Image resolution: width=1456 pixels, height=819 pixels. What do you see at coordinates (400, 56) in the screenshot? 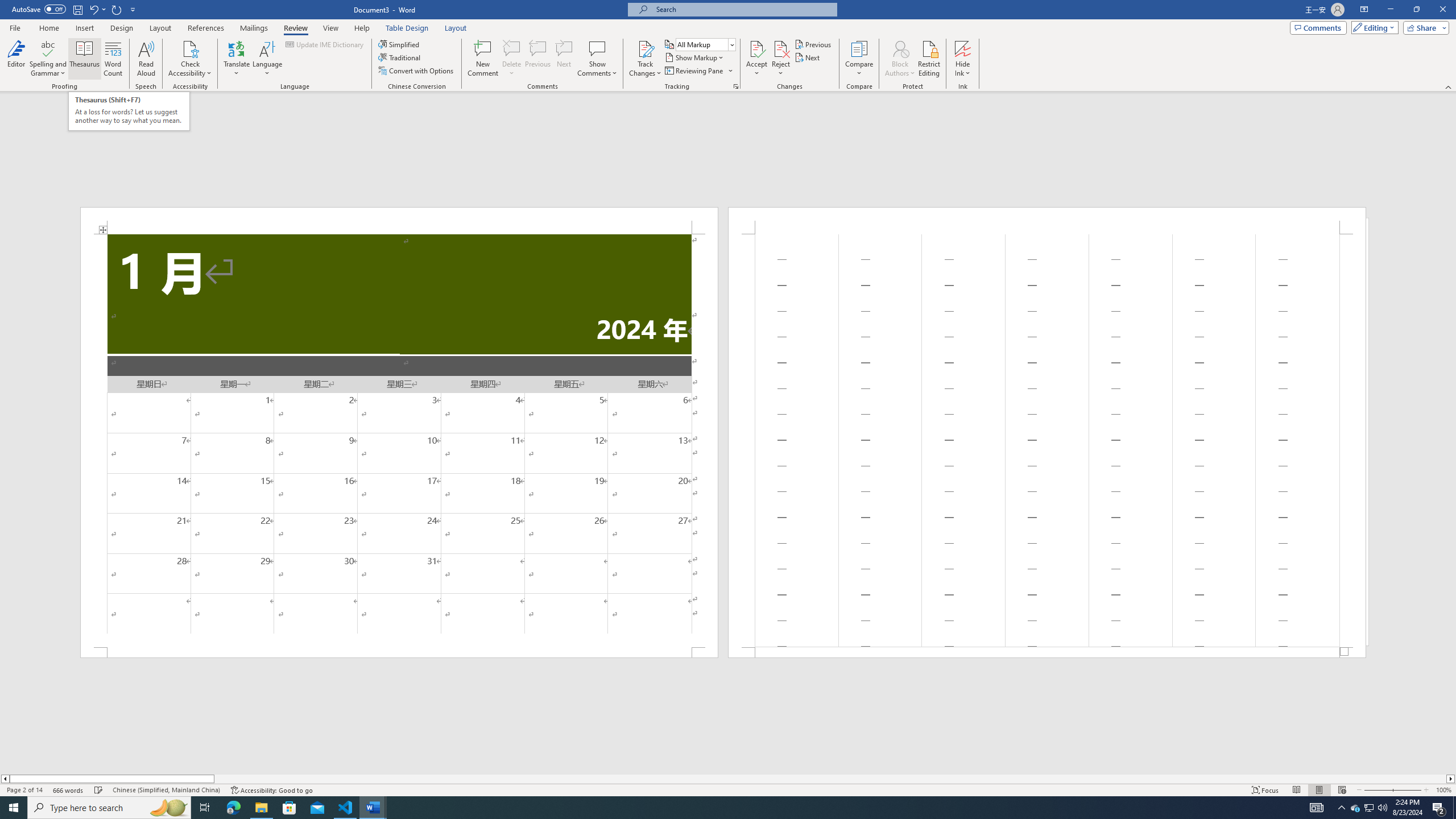
I see `'Traditional'` at bounding box center [400, 56].